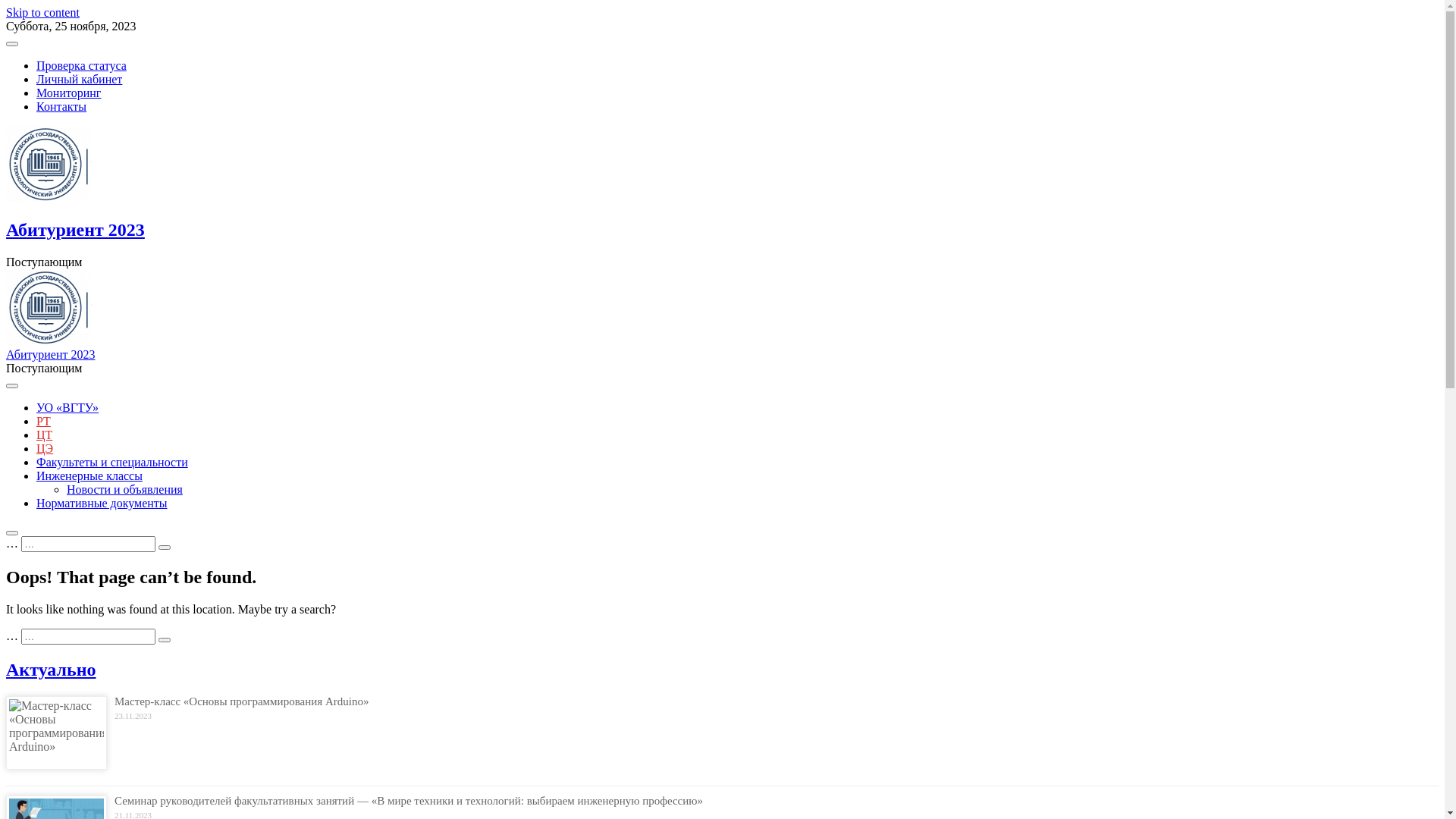 The height and width of the screenshot is (819, 1456). Describe the element at coordinates (42, 12) in the screenshot. I see `'Skip to content'` at that location.